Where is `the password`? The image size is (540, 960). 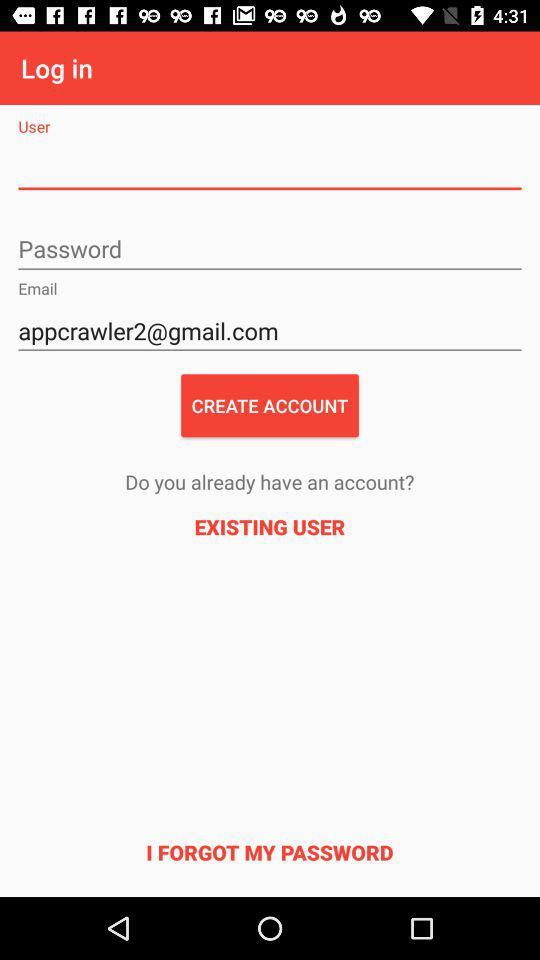
the password is located at coordinates (270, 249).